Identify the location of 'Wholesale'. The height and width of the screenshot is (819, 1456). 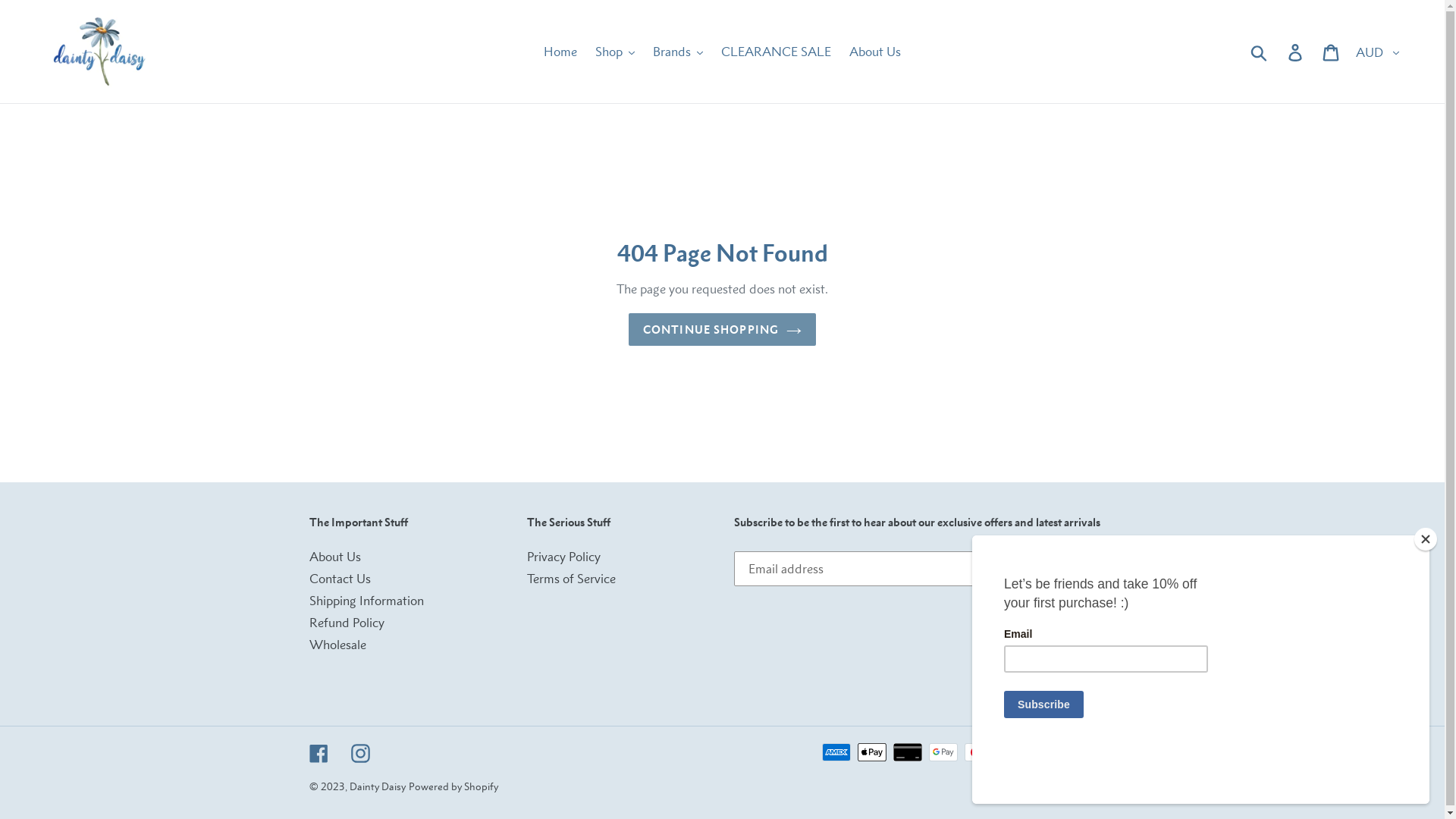
(337, 644).